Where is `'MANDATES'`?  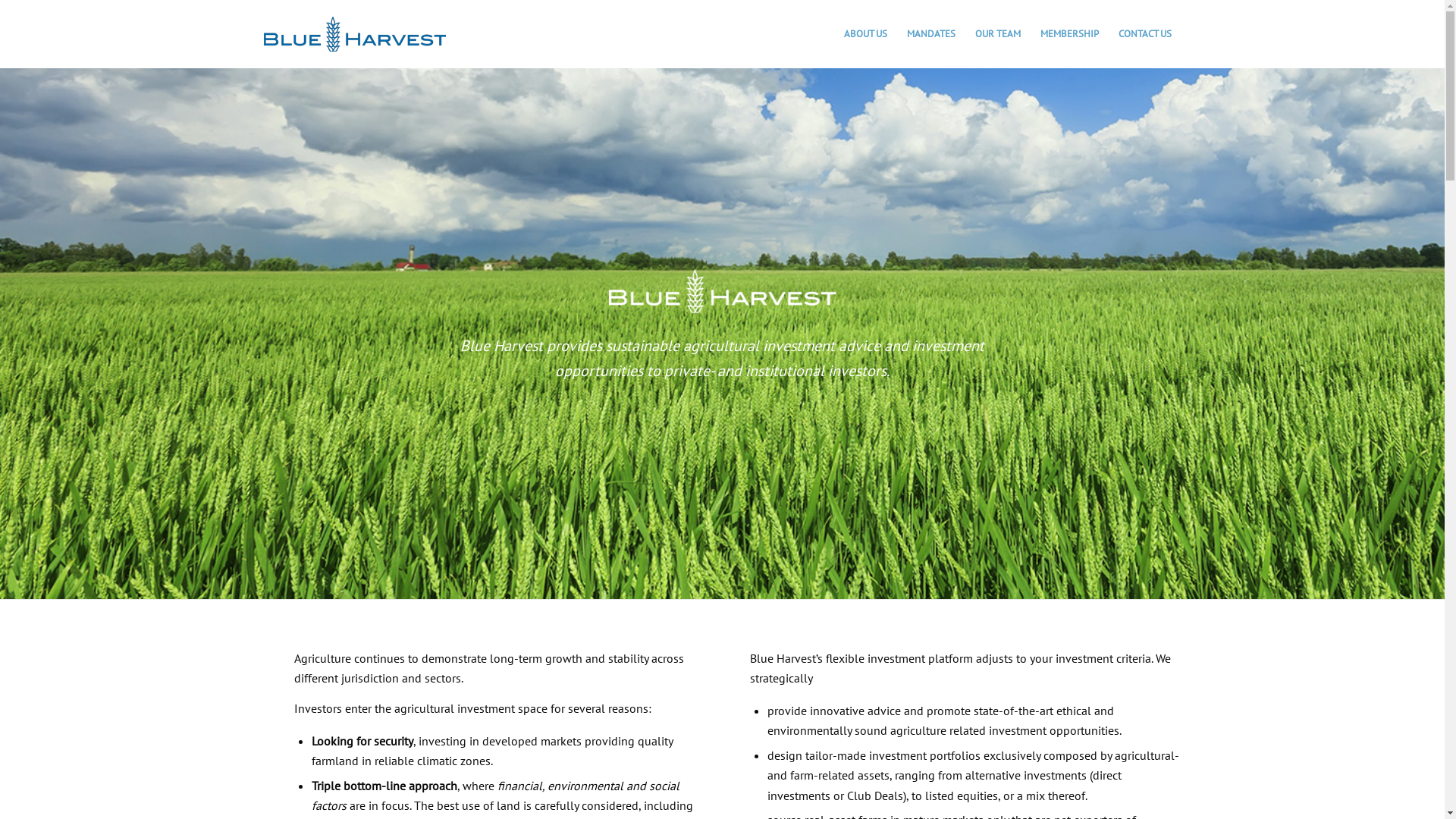
'MANDATES' is located at coordinates (930, 34).